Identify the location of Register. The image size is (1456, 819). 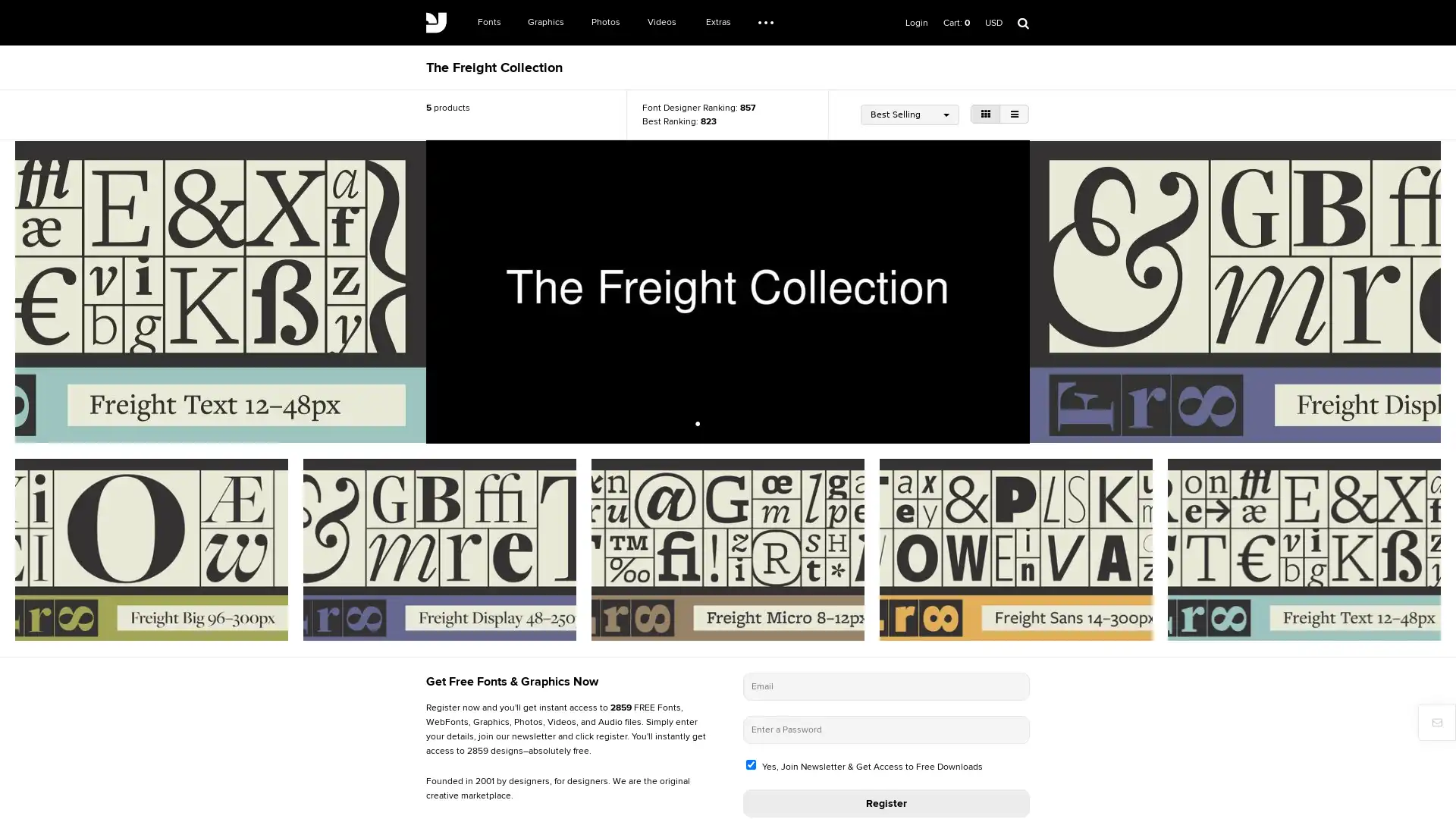
(886, 802).